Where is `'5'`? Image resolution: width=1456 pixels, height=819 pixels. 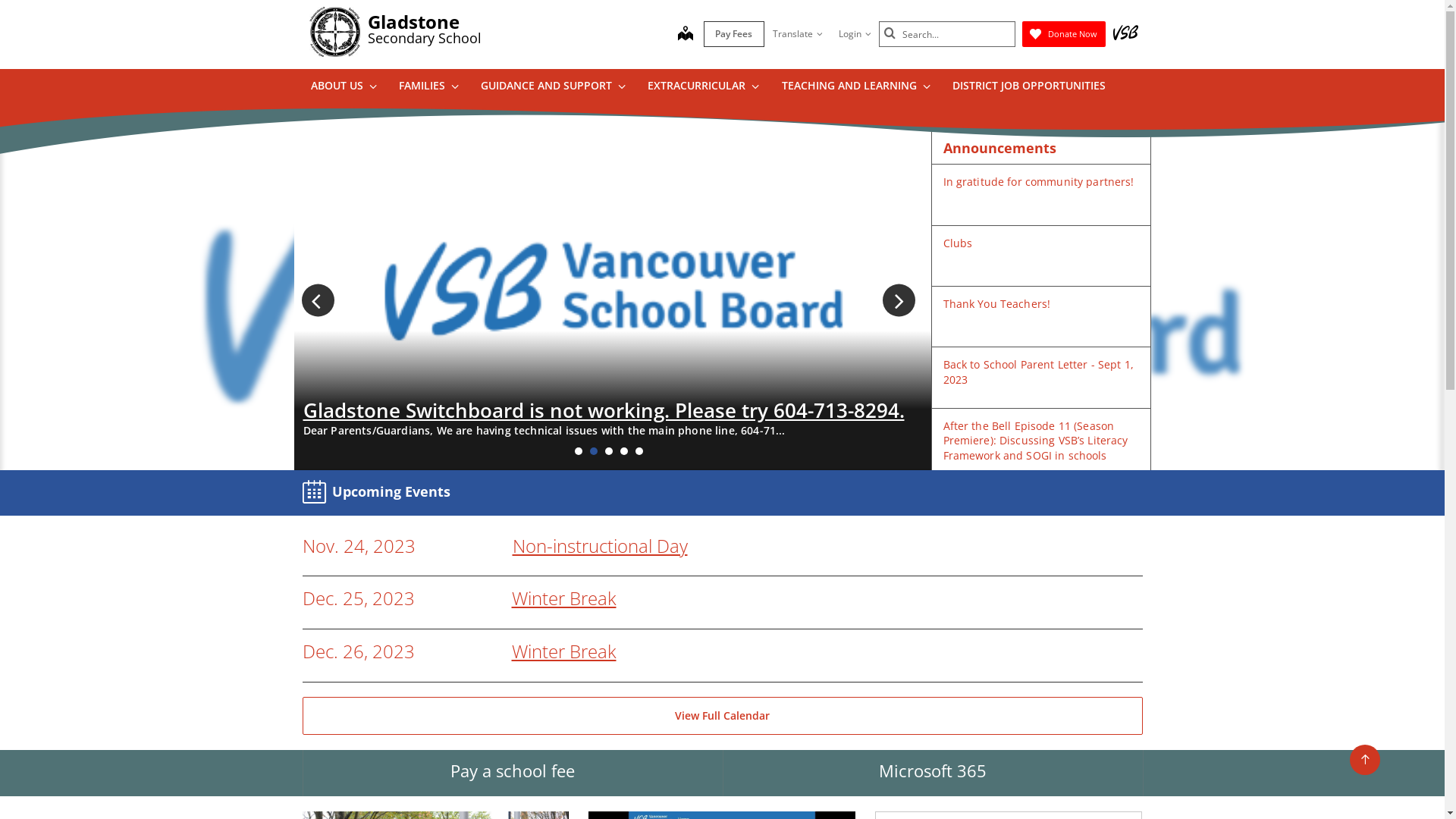
'5' is located at coordinates (639, 450).